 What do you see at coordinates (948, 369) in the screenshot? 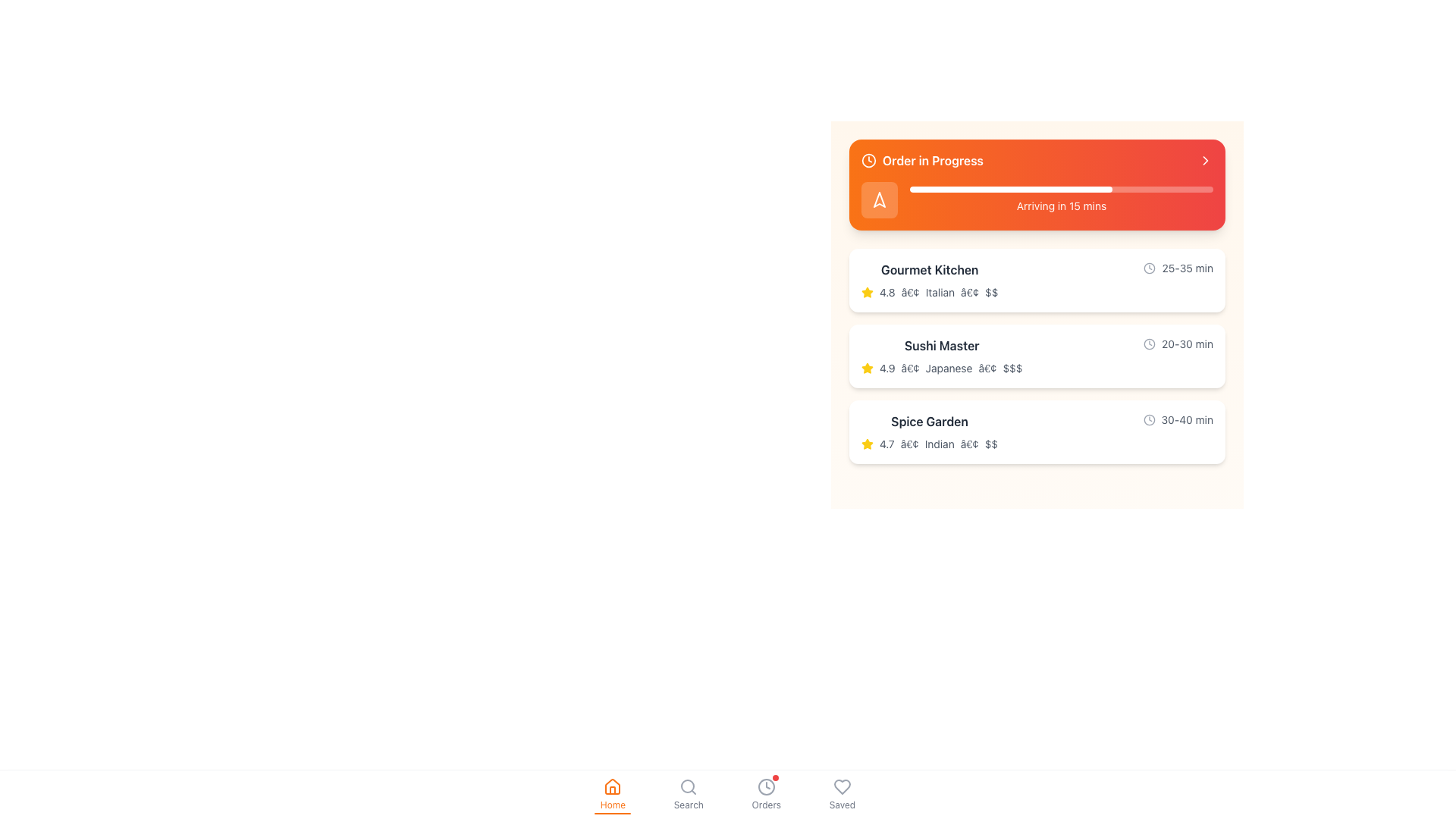
I see `text label 'Japanese' which is styled in gray within the second card of the restaurant list section` at bounding box center [948, 369].